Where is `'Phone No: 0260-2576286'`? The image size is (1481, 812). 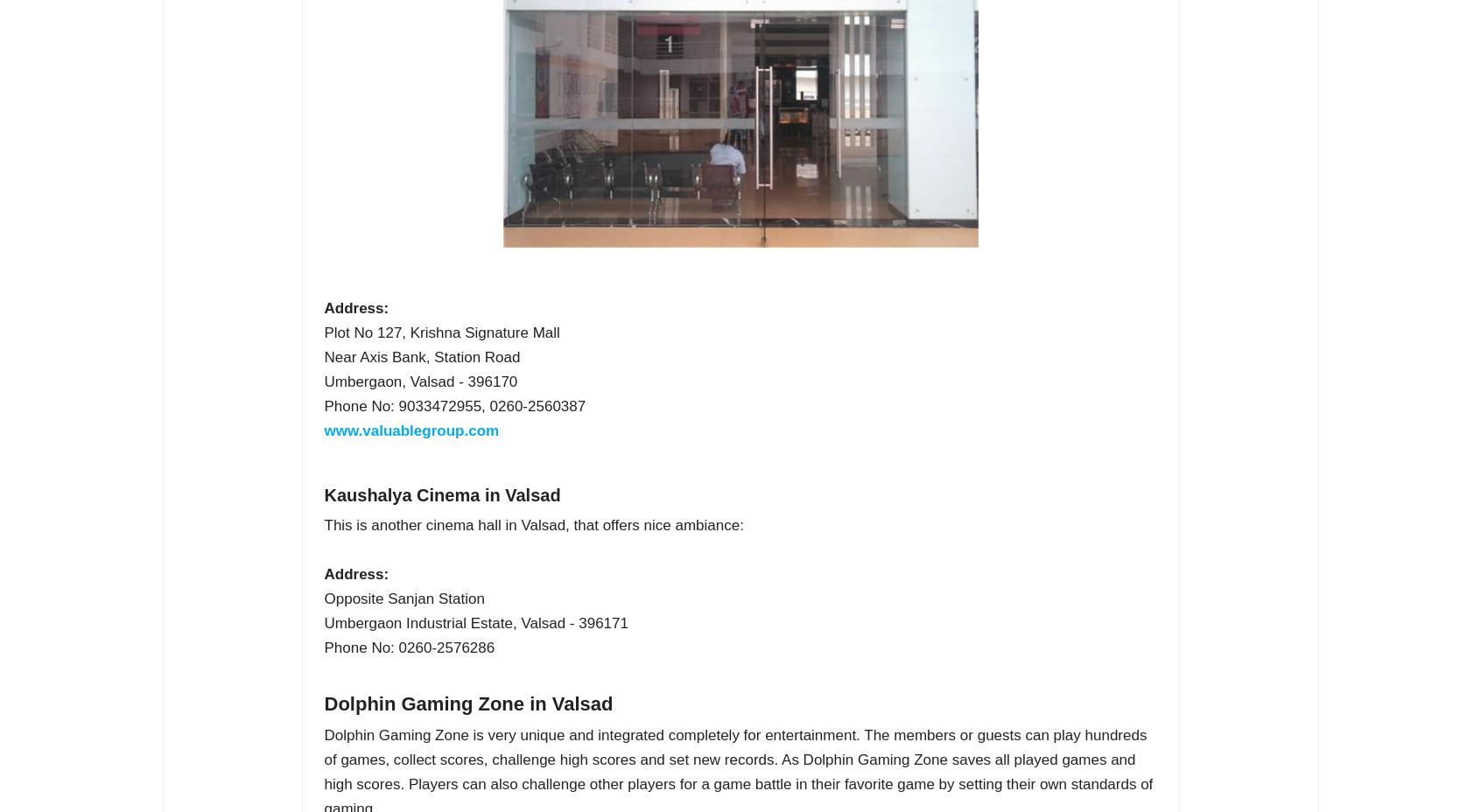 'Phone No: 0260-2576286' is located at coordinates (408, 647).